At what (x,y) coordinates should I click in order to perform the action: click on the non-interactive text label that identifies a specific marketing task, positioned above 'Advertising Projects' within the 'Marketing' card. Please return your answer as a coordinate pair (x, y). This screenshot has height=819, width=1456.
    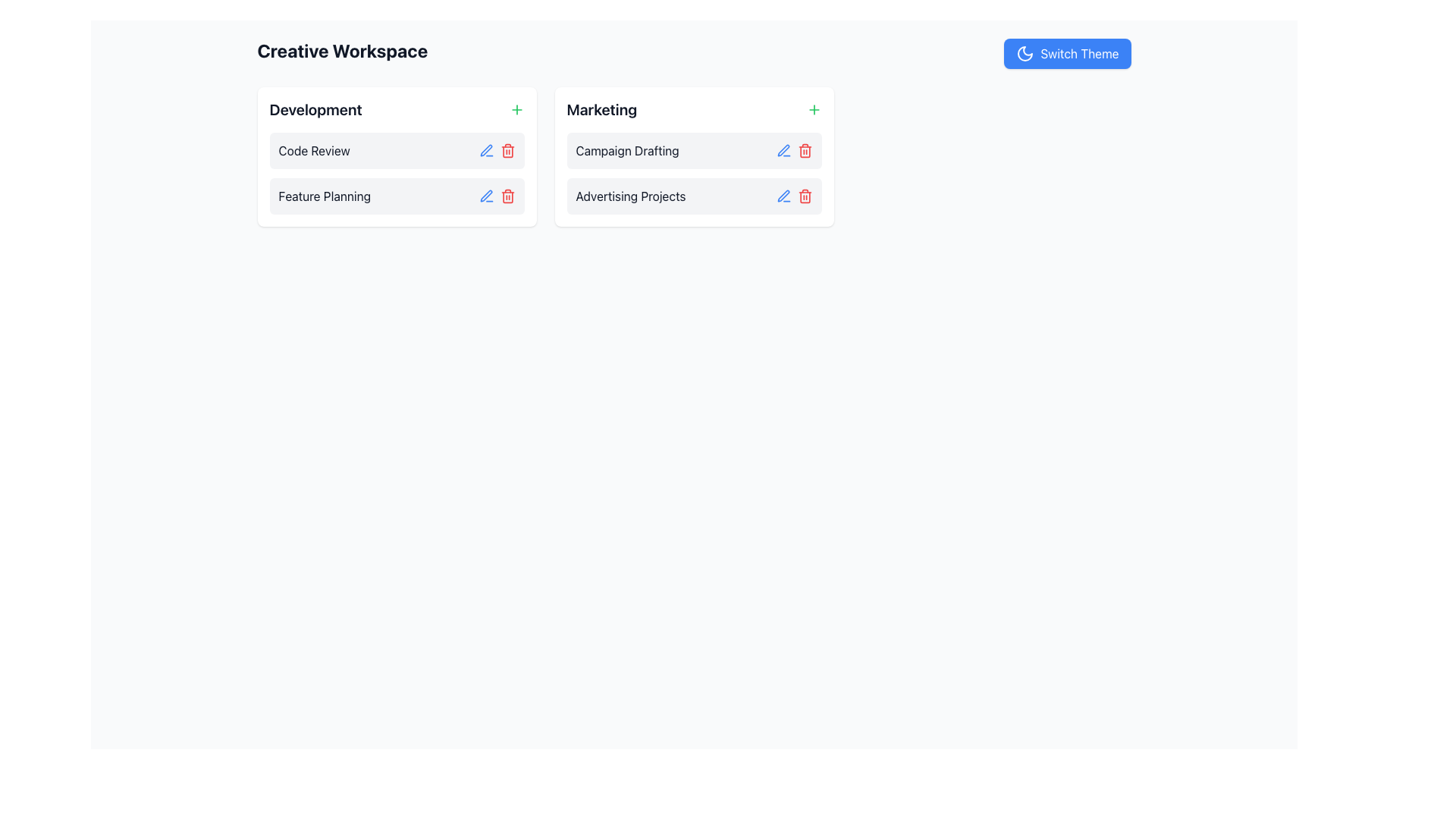
    Looking at the image, I should click on (627, 151).